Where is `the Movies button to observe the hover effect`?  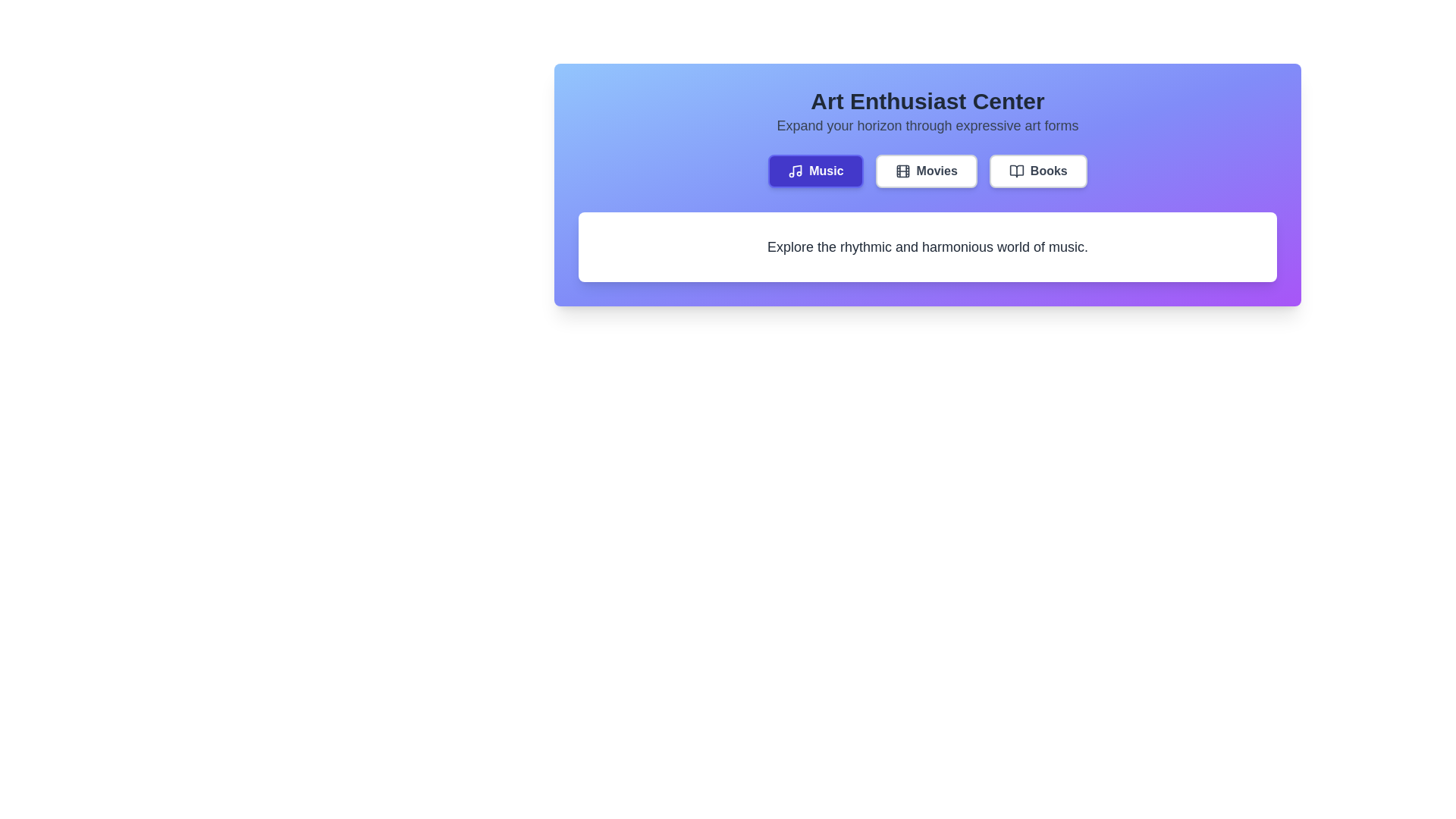 the Movies button to observe the hover effect is located at coordinates (925, 171).